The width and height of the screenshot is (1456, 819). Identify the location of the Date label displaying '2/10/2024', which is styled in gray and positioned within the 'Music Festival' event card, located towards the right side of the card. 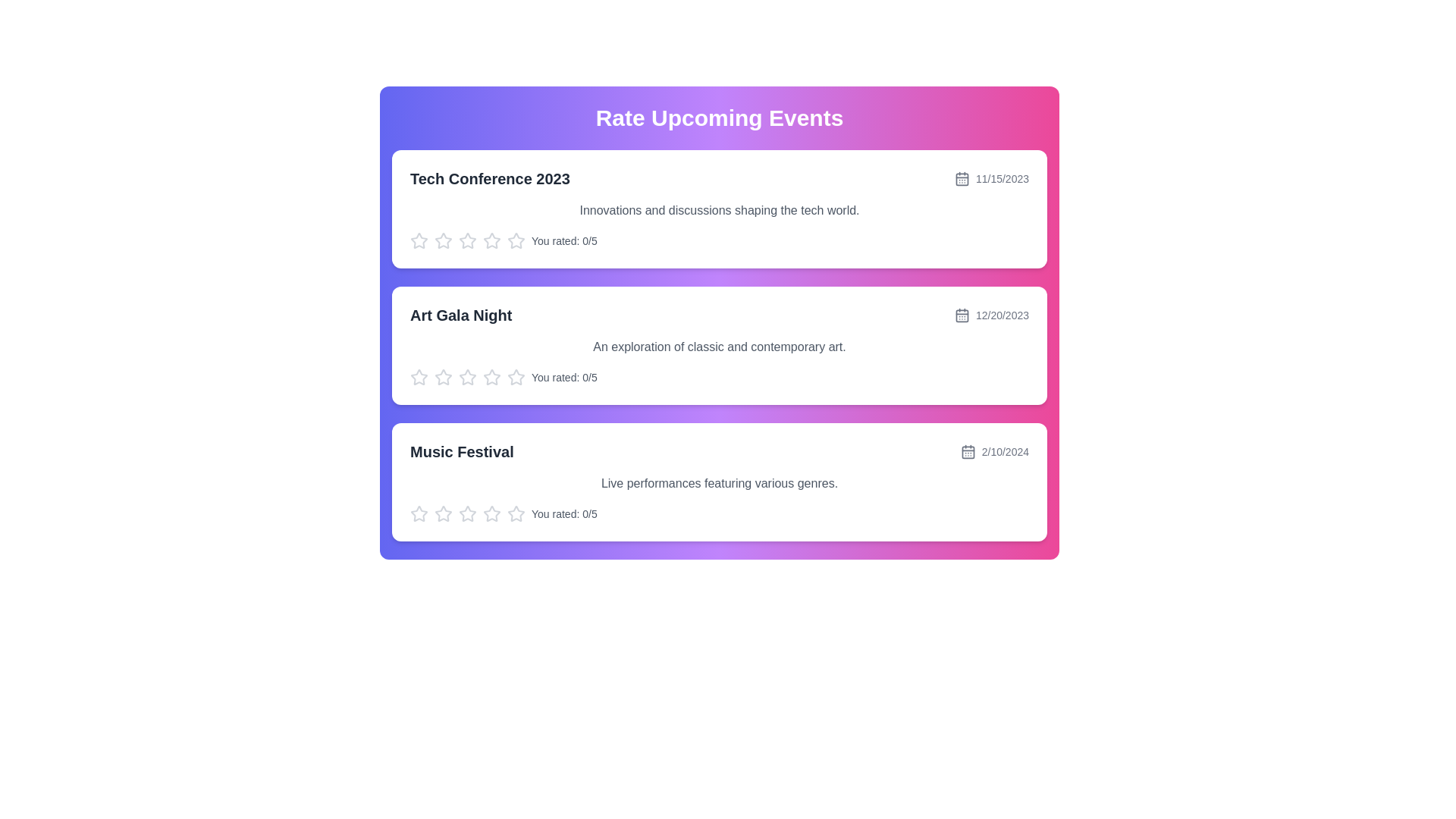
(994, 451).